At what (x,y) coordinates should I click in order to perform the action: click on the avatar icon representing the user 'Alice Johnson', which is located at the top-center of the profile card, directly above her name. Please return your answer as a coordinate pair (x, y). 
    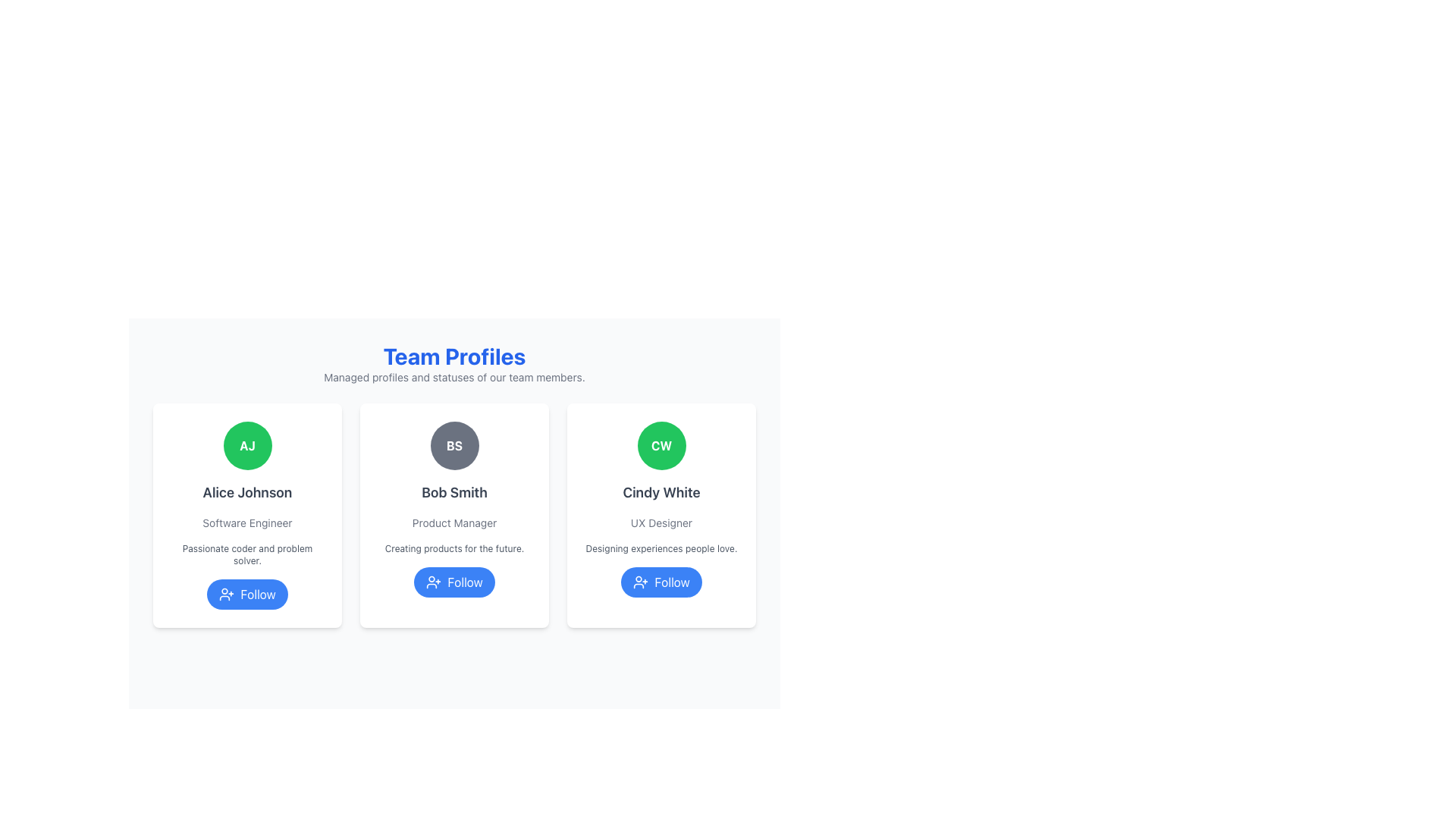
    Looking at the image, I should click on (247, 444).